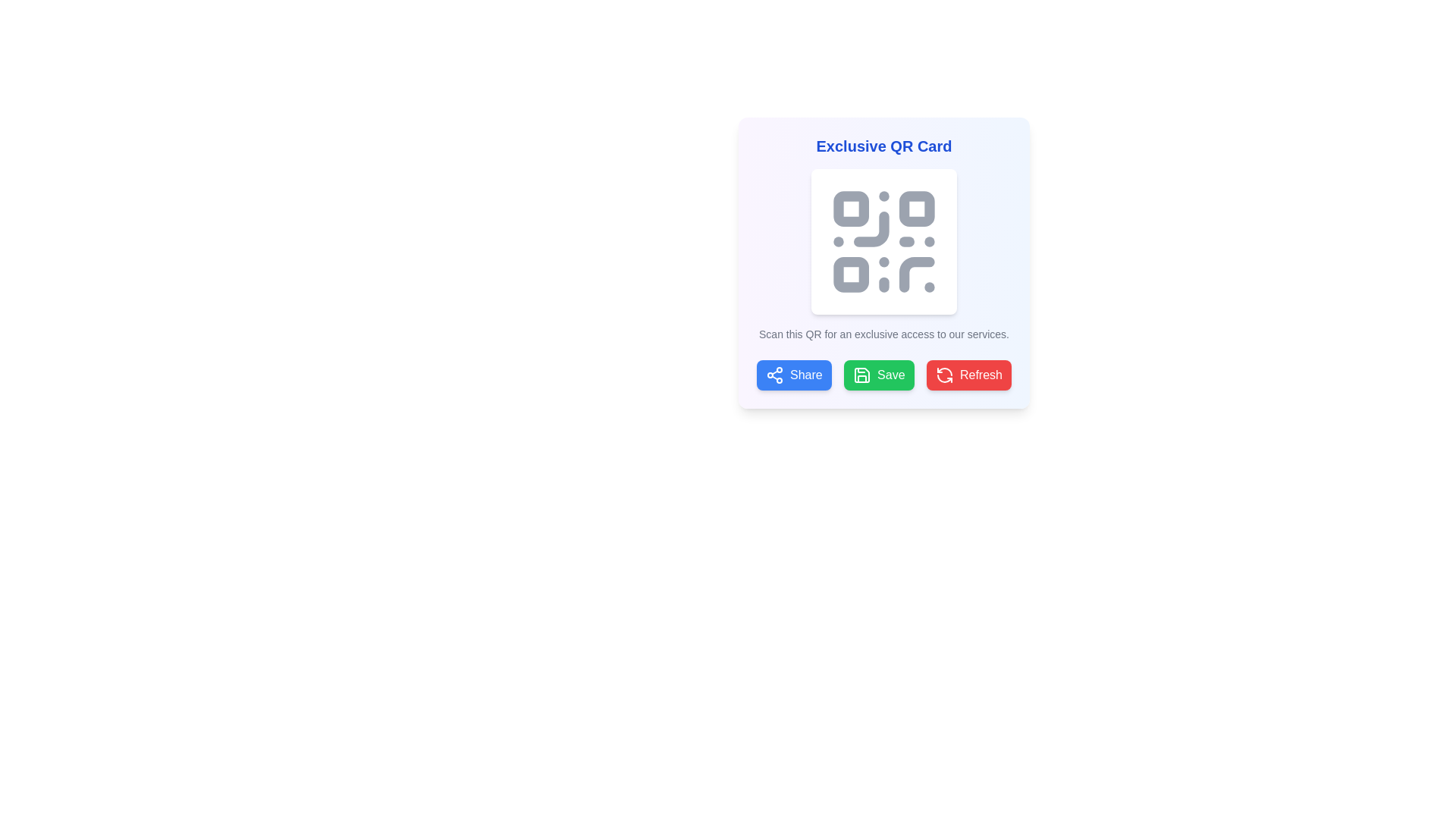 The height and width of the screenshot is (819, 1456). Describe the element at coordinates (981, 375) in the screenshot. I see `the refresh button located at the bottom-right corner of the button group, which is the third button to the right of the 'Save' button under the QR code card` at that location.